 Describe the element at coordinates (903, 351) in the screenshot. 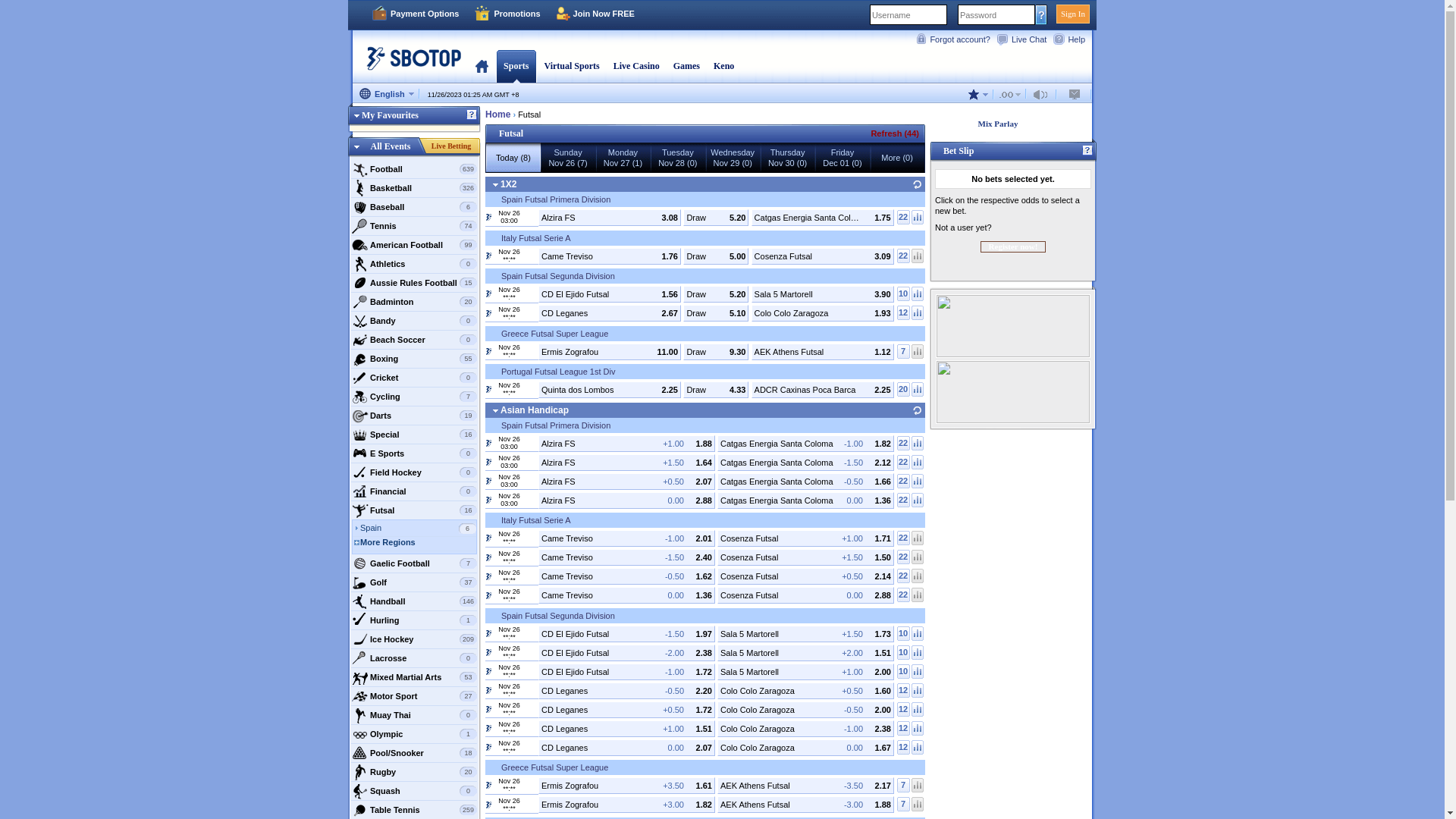

I see `'7'` at that location.